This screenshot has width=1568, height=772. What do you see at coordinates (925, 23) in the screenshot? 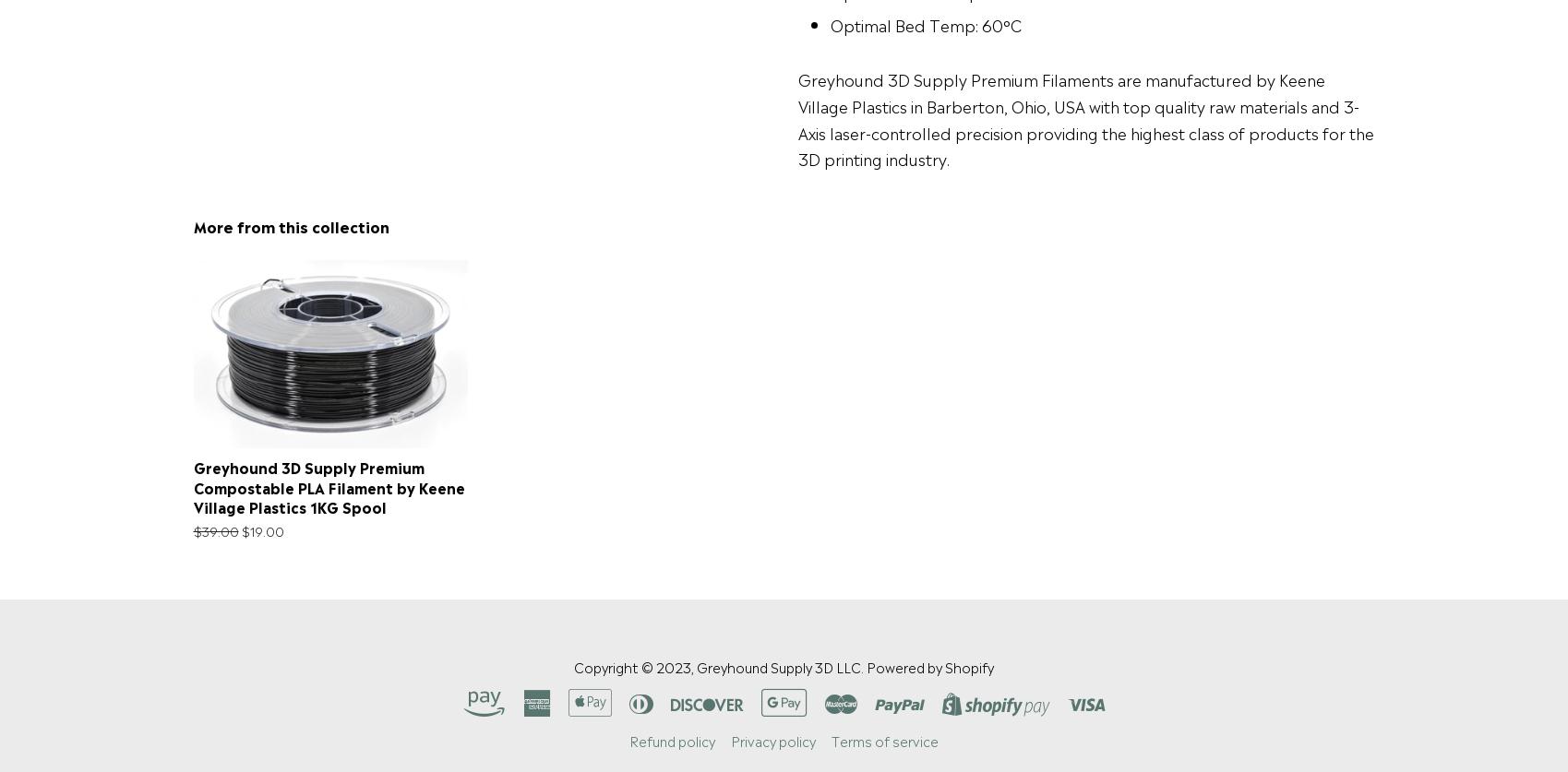
I see `'Optimal Bed Temp: 60°C'` at bounding box center [925, 23].